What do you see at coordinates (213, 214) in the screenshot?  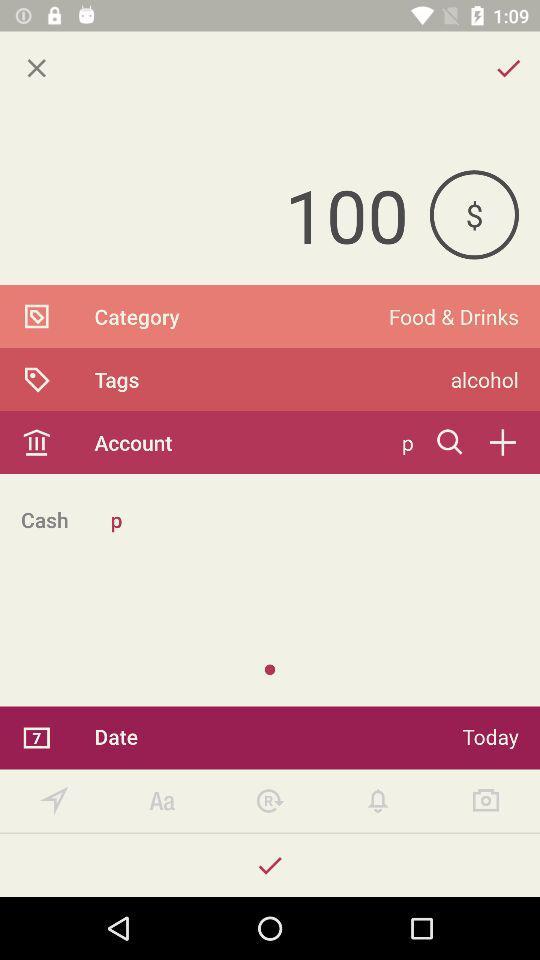 I see `100` at bounding box center [213, 214].